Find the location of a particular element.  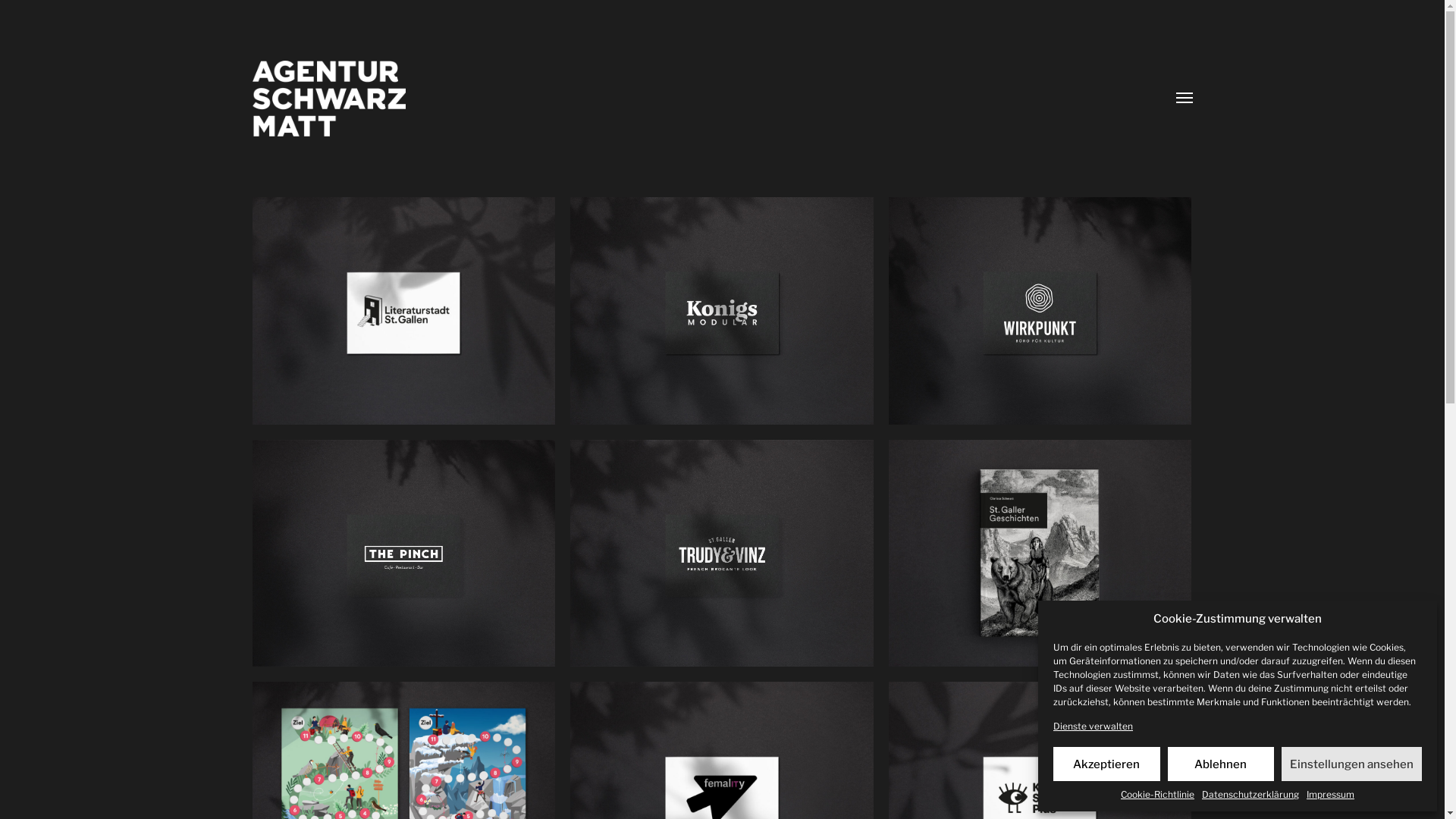

'Dienste verwalten' is located at coordinates (1052, 725).